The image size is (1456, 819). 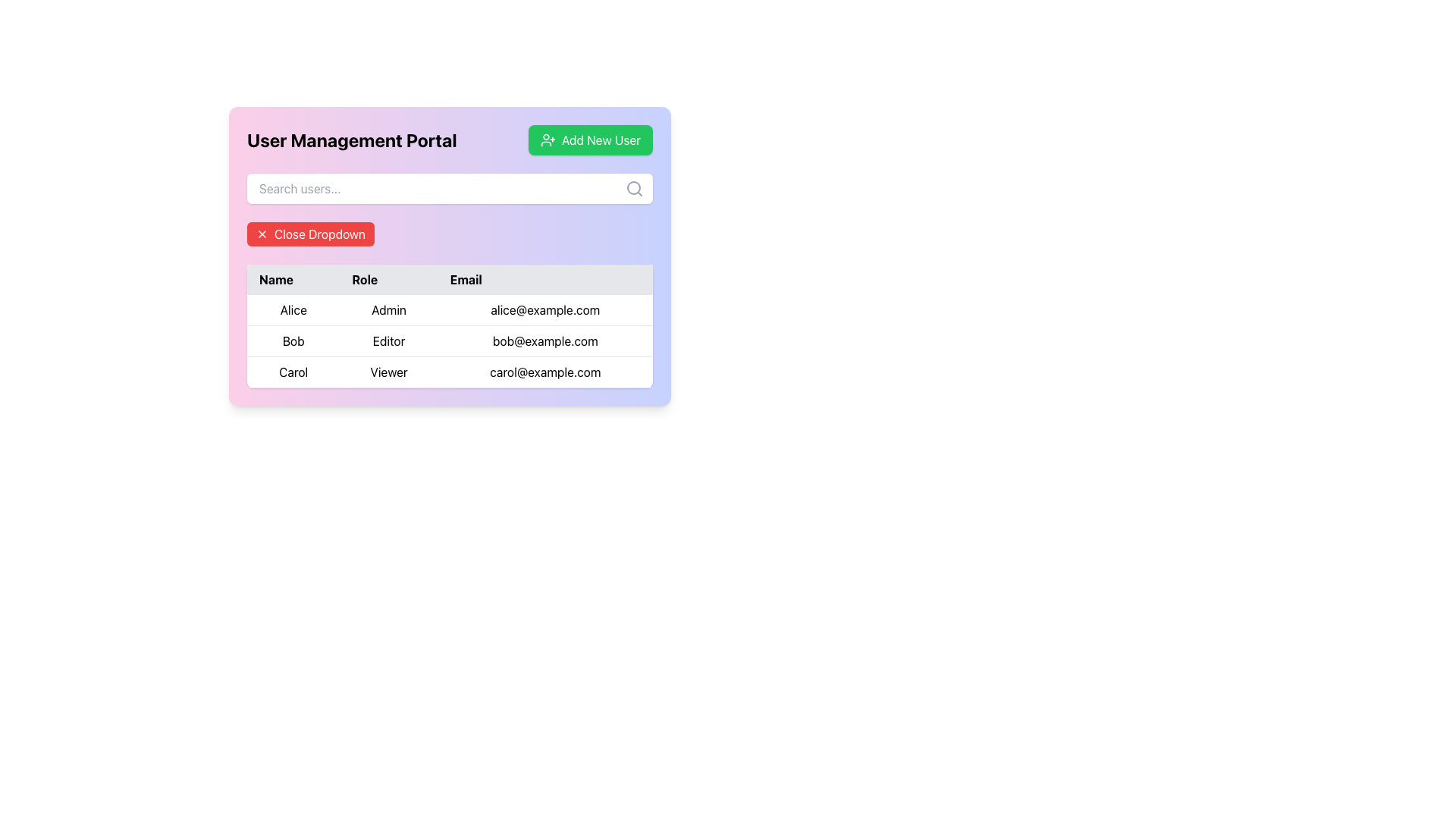 I want to click on the static text indicating the role assigned to the user 'Bob' in the user management system, located in the second row of the 'Role' column of a table, between 'Bob' in the 'Name' column and 'bob@example.com' in the 'Email' column, so click(x=389, y=341).